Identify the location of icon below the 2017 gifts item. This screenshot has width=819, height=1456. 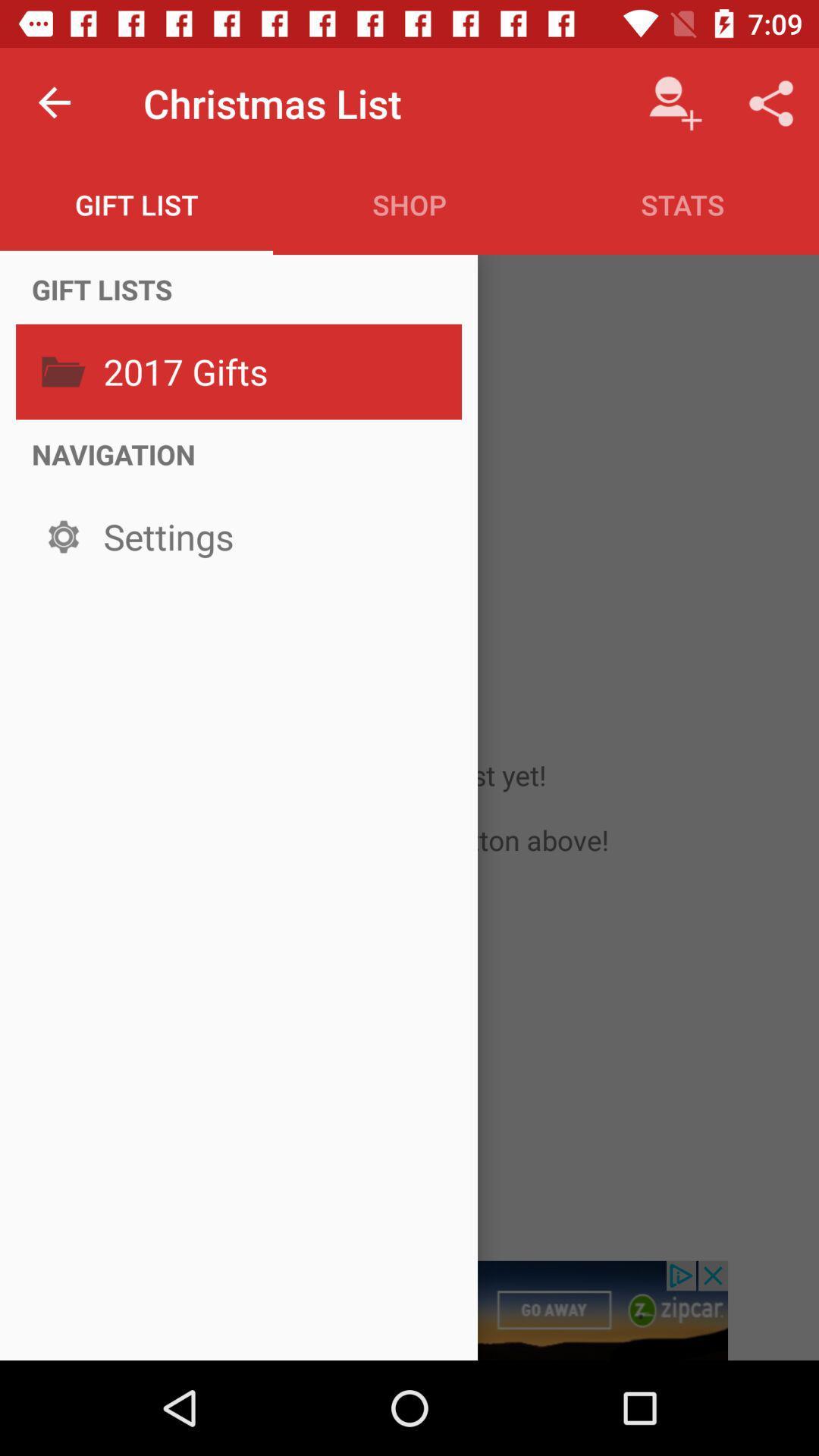
(113, 453).